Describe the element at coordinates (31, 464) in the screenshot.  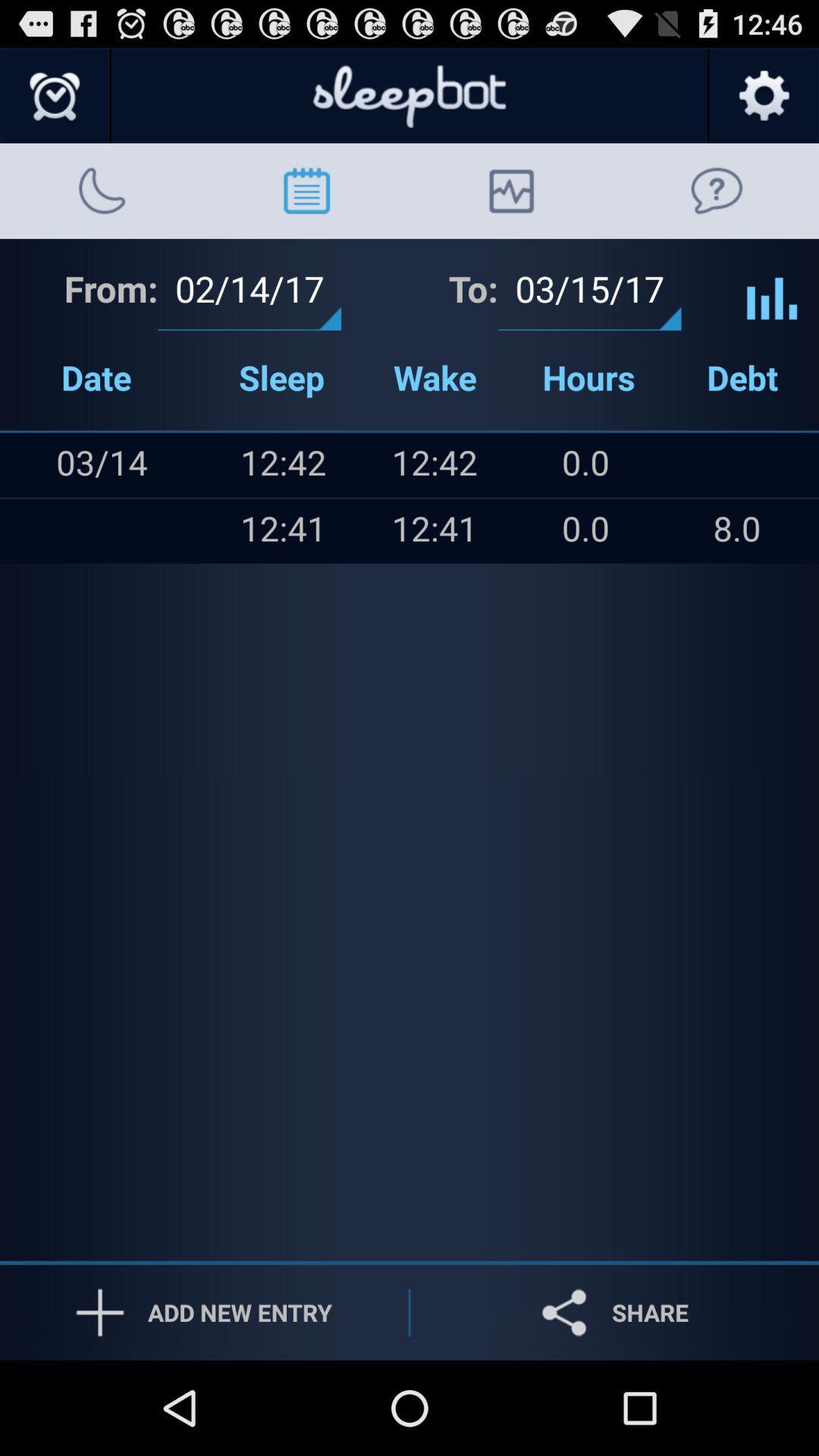
I see `icon` at that location.